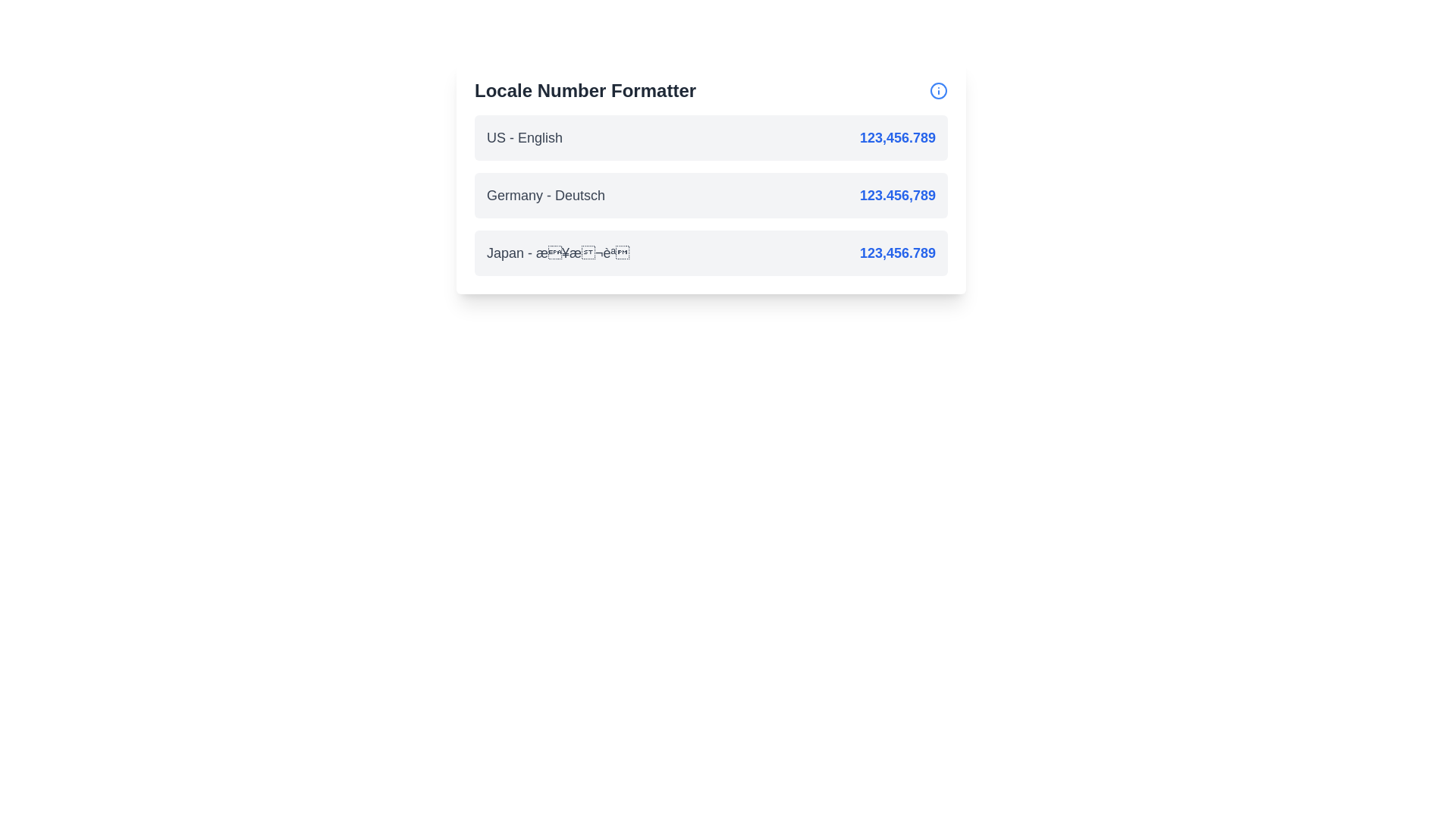 Image resolution: width=1456 pixels, height=819 pixels. I want to click on the SVG circle element that visually represents part of the informational icon within the 'Locale Number Formatter' module, located at the top-right corner of the layout, so click(938, 90).